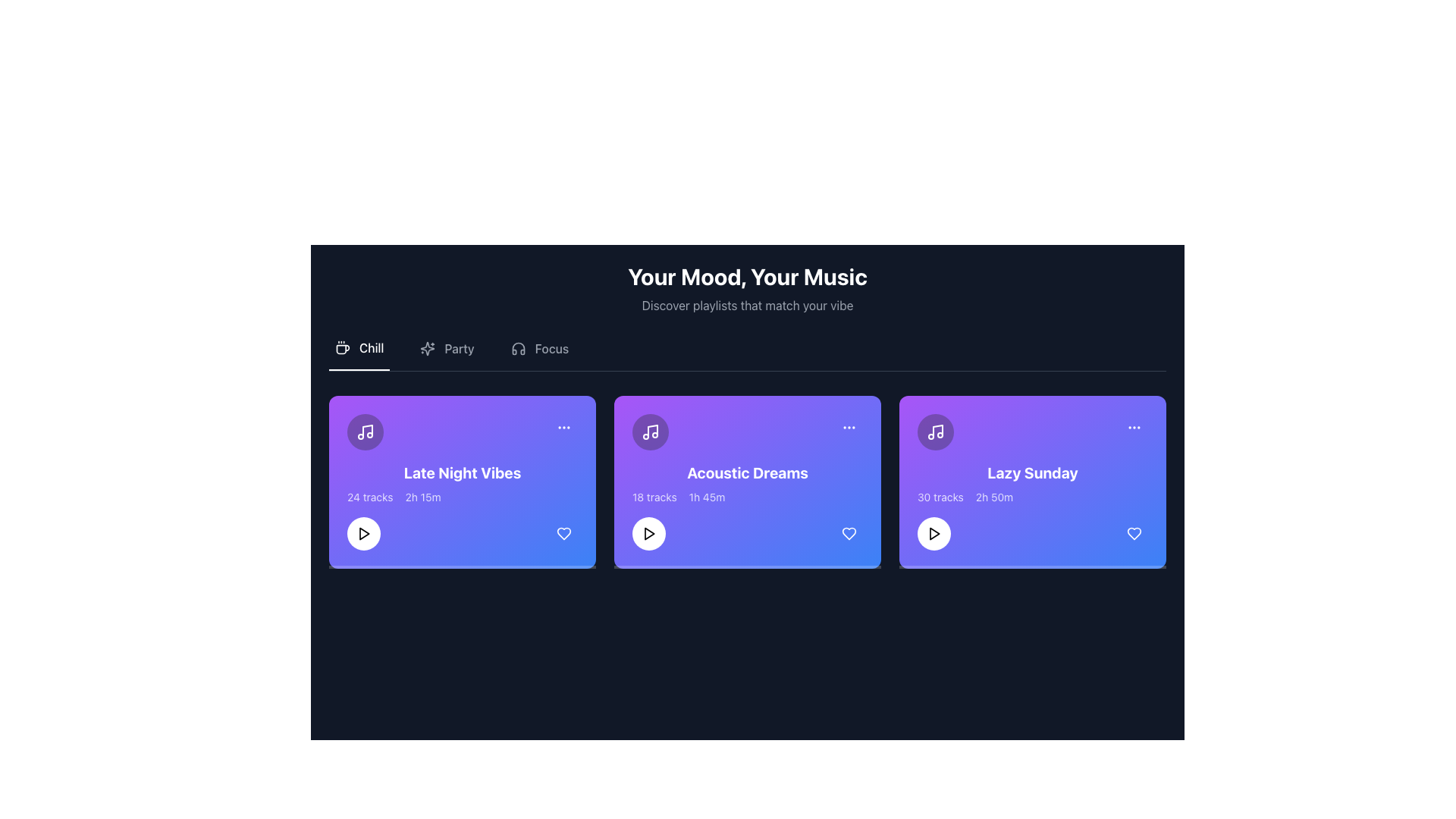 This screenshot has height=819, width=1456. Describe the element at coordinates (706, 497) in the screenshot. I see `duration information displayed on the text label that reads '1h 45m', which is styled with white font over a purple gradient background and is located next to '18 tracks' in the 'Acoustic Dreams' card` at that location.